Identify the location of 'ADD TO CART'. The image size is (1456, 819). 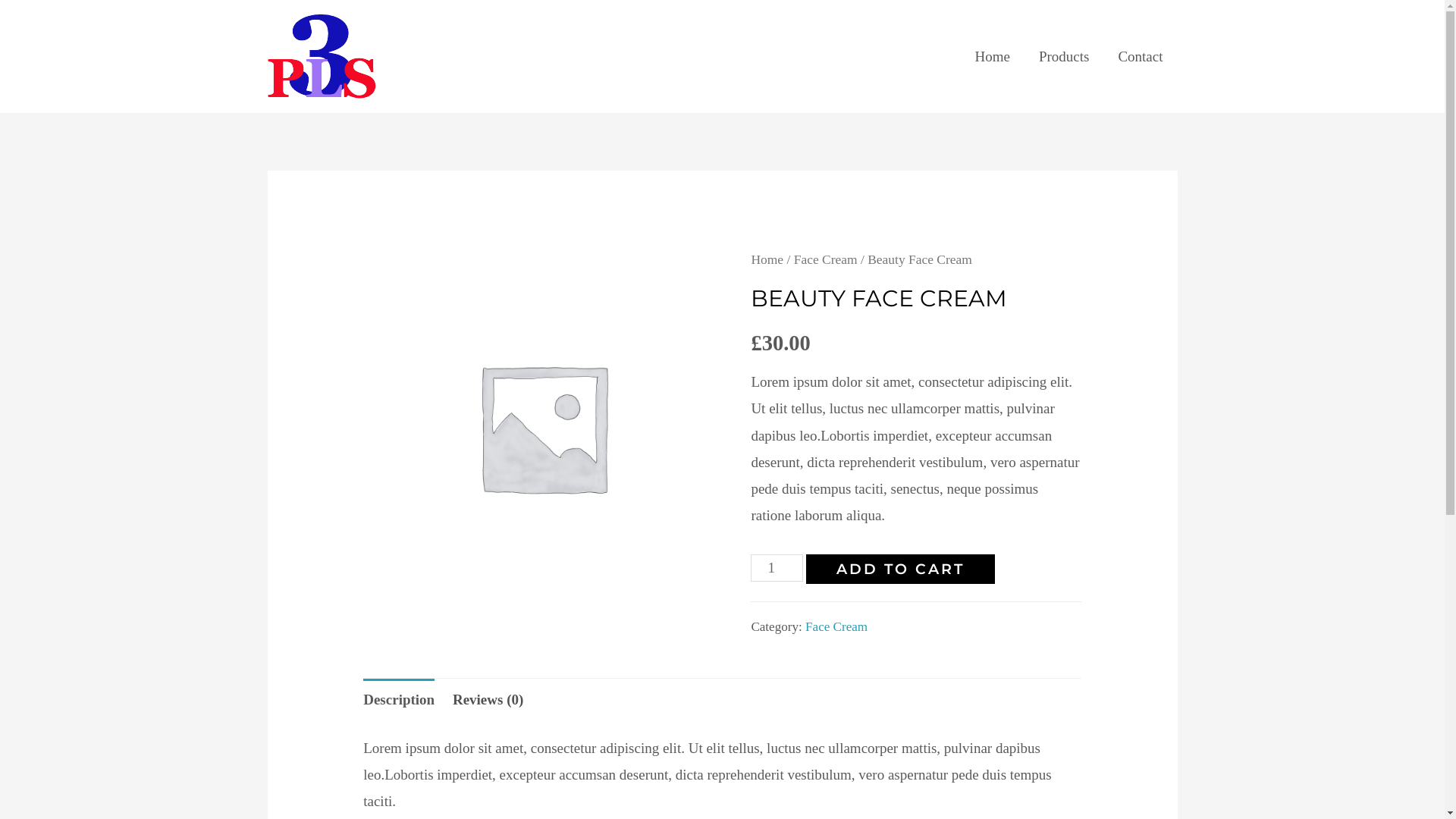
(900, 569).